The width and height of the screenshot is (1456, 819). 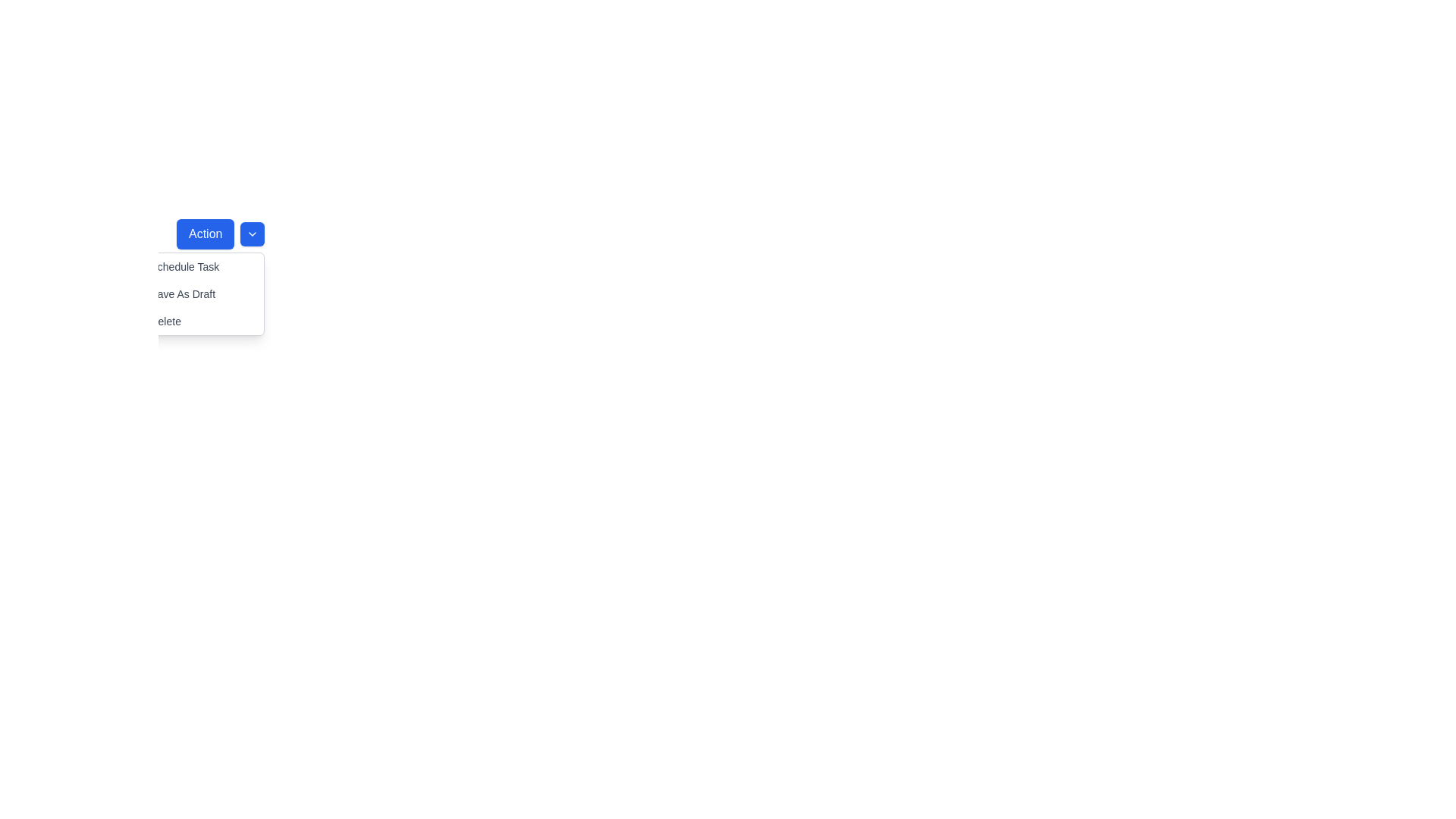 I want to click on the hollow circle element within the SVG graphic, which is styled minimally with a defined stroke and no fill, located slightly to the right of the dropdown menu associated with the 'Action' button, so click(x=138, y=265).